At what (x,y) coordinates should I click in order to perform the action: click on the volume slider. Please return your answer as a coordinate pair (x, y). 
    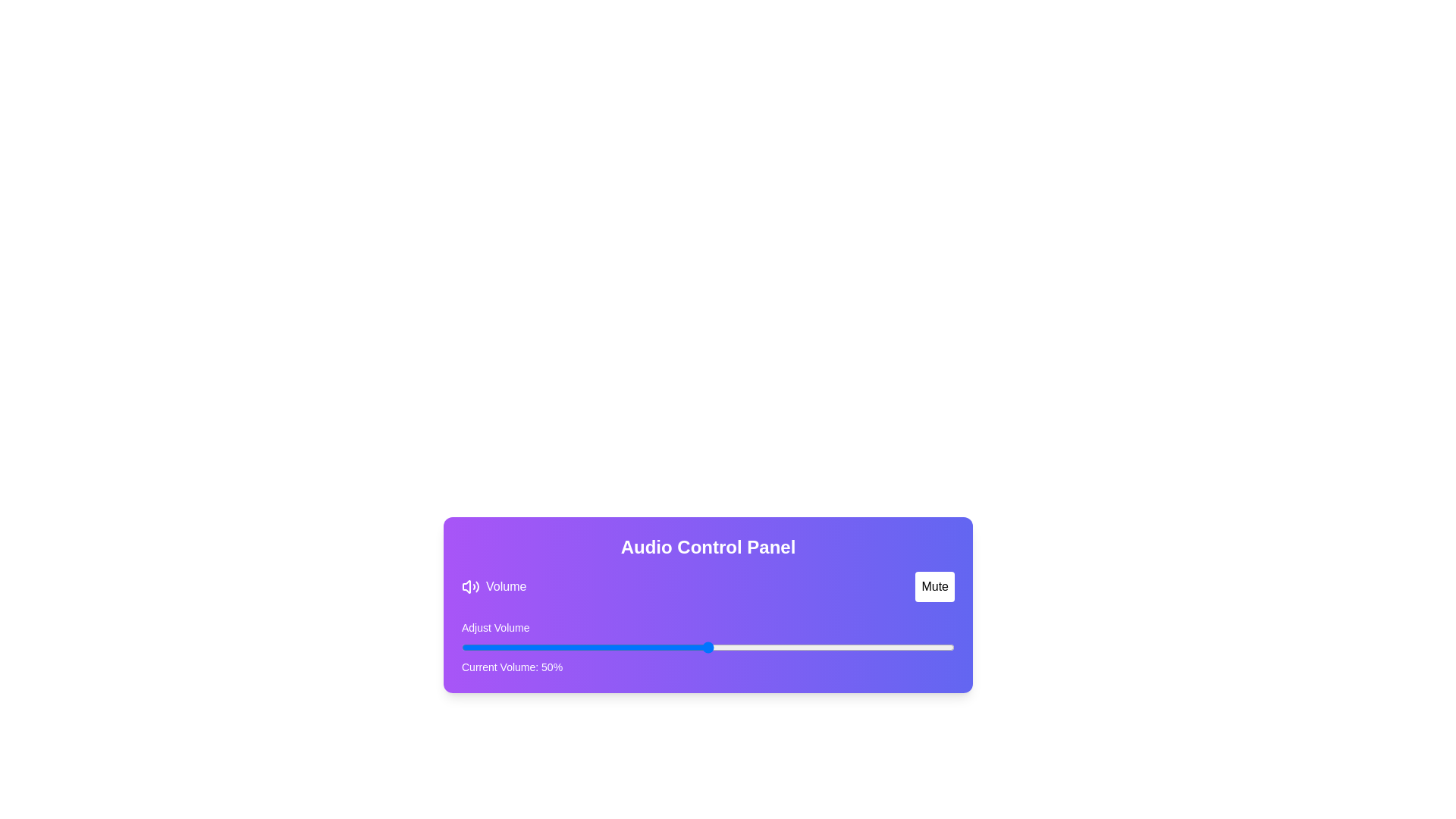
    Looking at the image, I should click on (475, 647).